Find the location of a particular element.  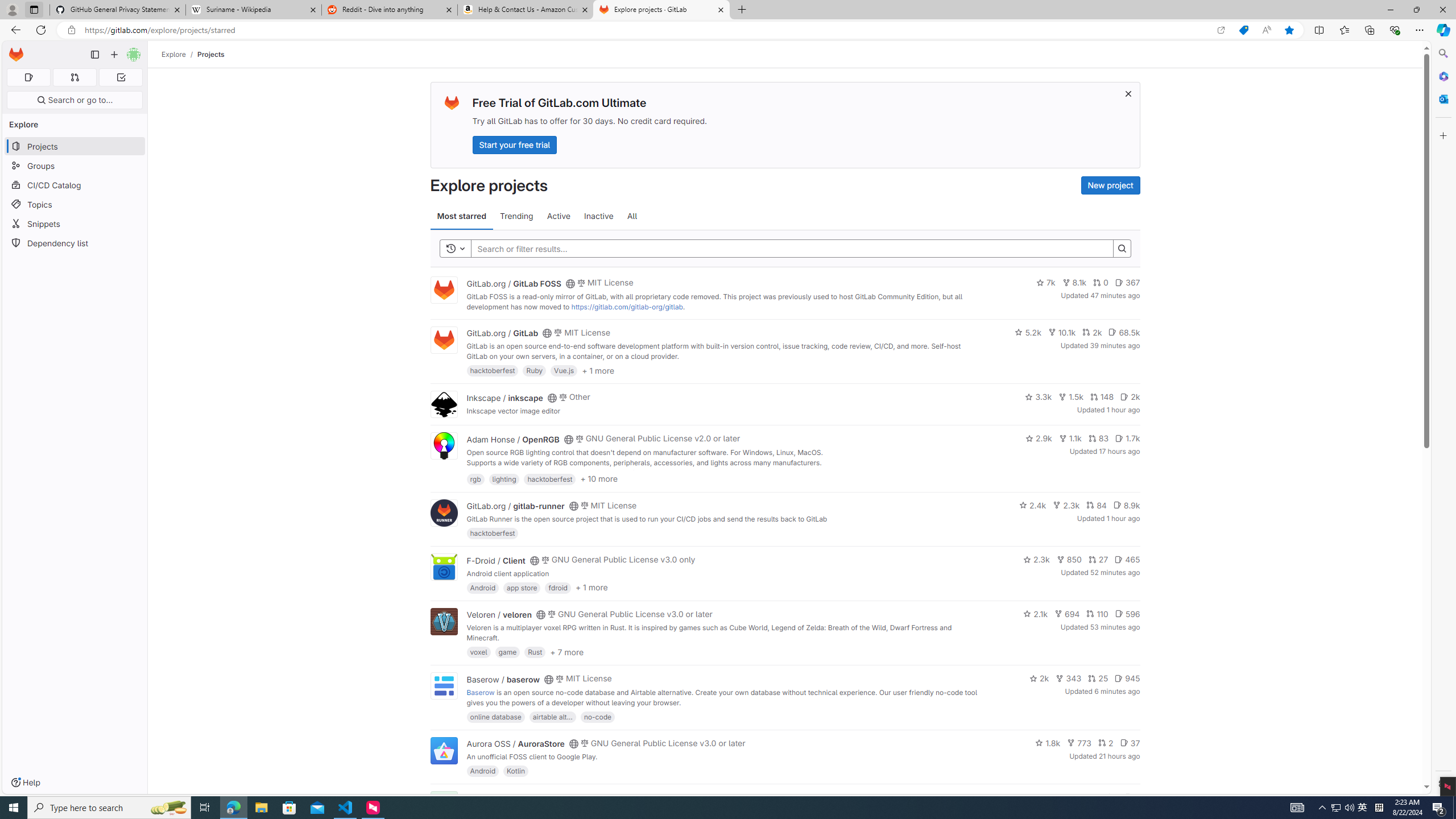

'no-code' is located at coordinates (597, 716).